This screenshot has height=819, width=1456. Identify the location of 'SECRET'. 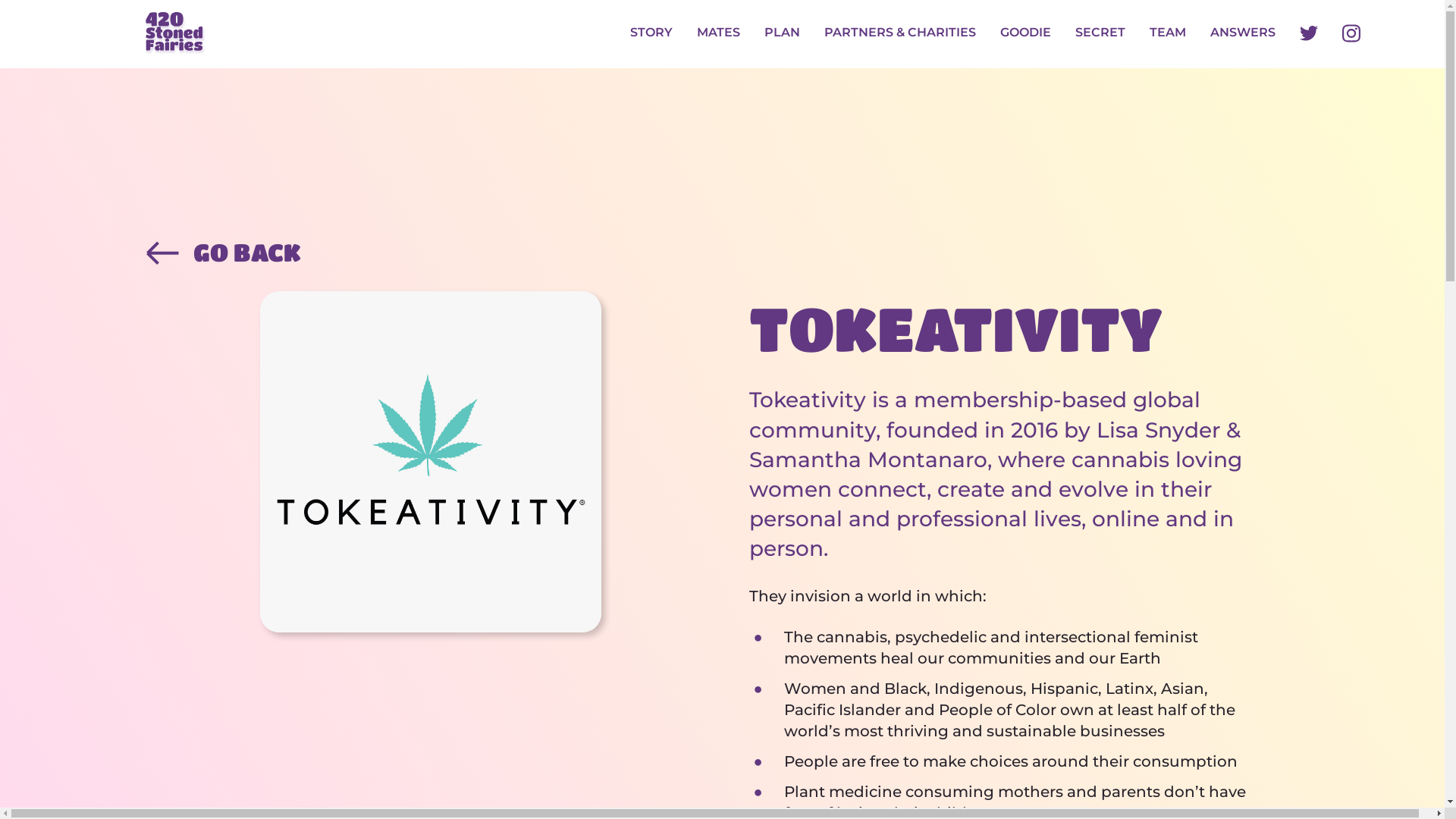
(1074, 33).